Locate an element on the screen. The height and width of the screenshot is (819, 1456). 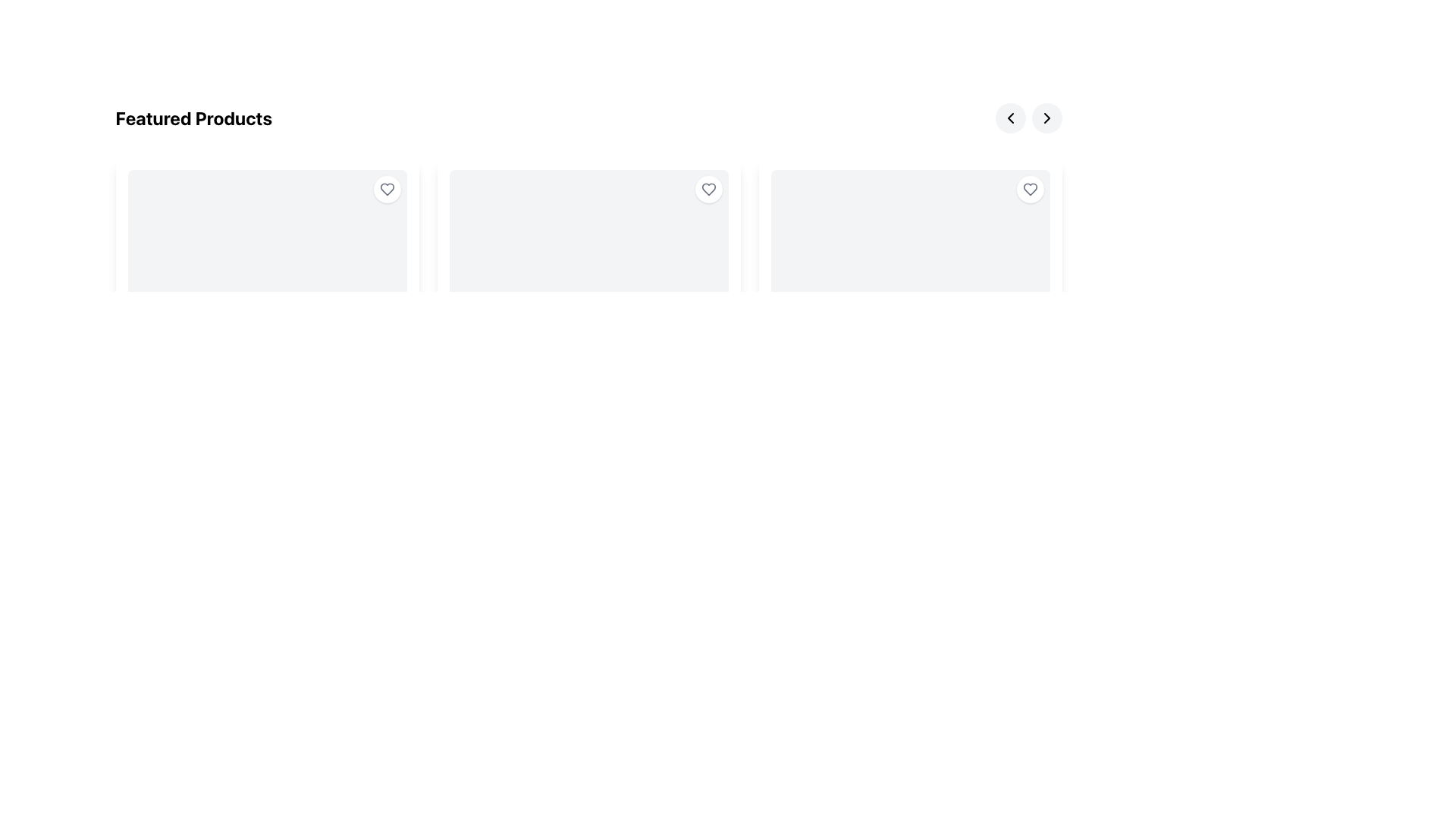
the circular button with a right-pointing arrow located in the upper-right corner of the interface is located at coordinates (1046, 117).